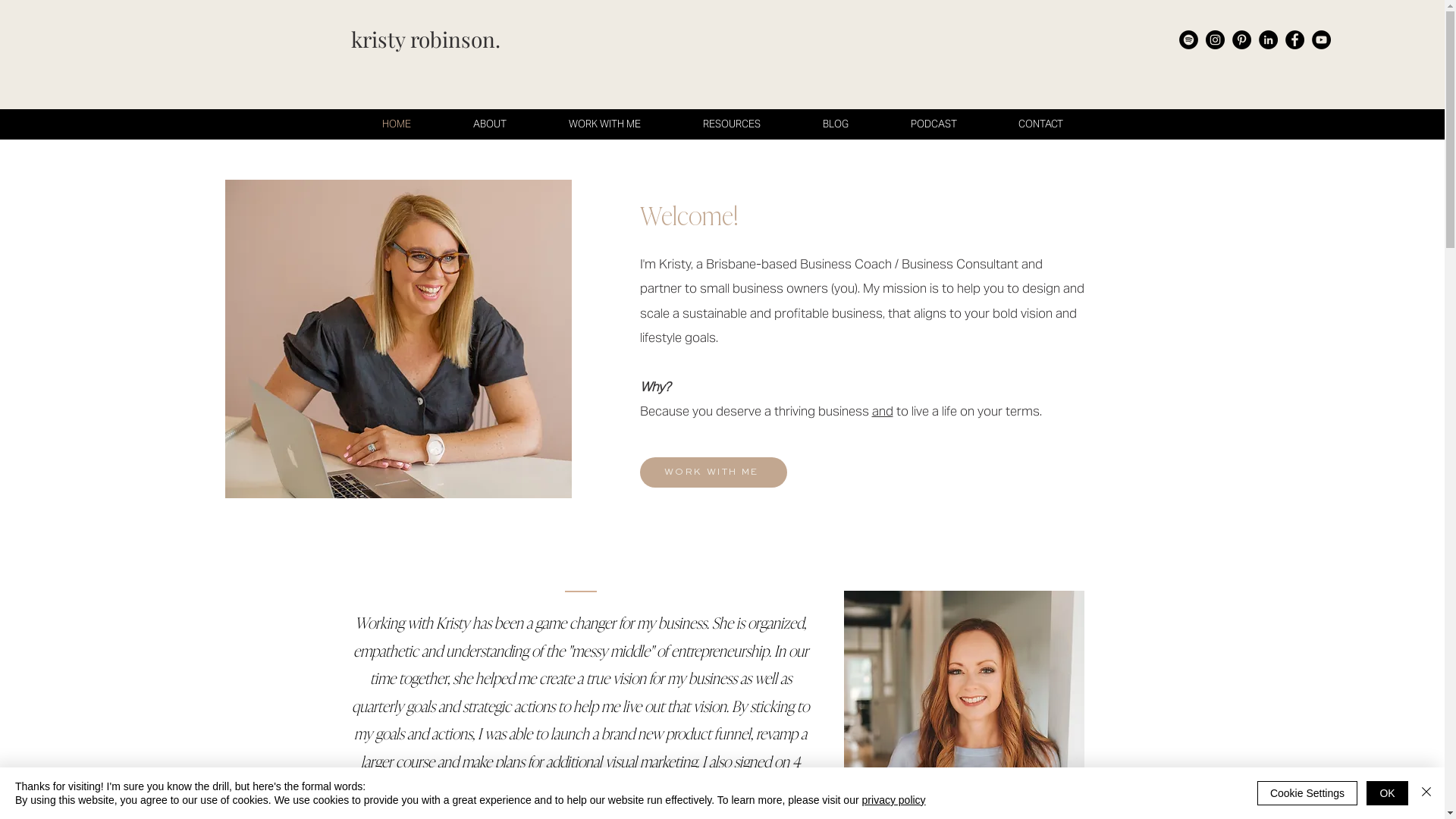  Describe the element at coordinates (790, 124) in the screenshot. I see `'BLOG'` at that location.